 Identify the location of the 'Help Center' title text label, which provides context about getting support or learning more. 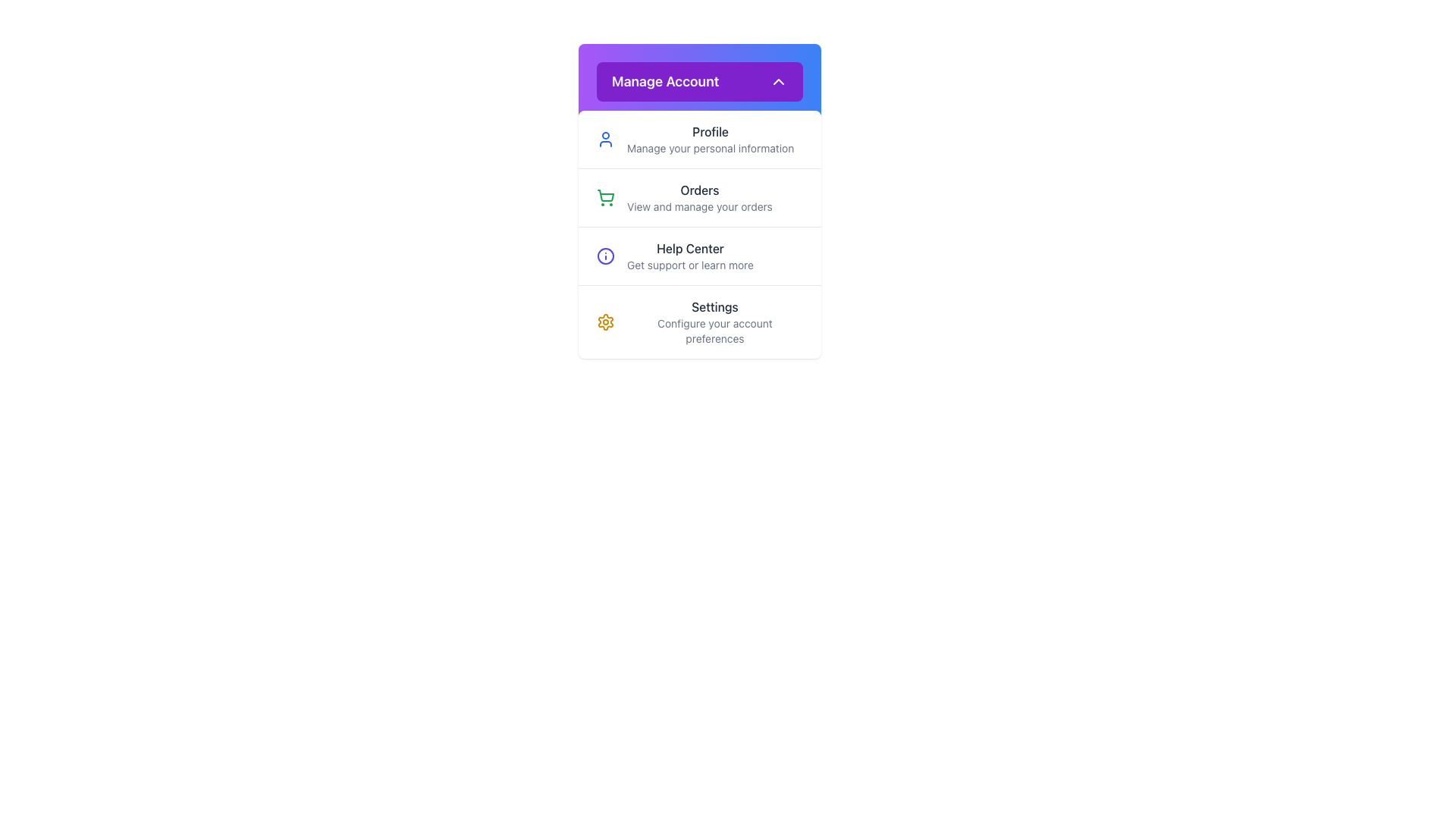
(689, 247).